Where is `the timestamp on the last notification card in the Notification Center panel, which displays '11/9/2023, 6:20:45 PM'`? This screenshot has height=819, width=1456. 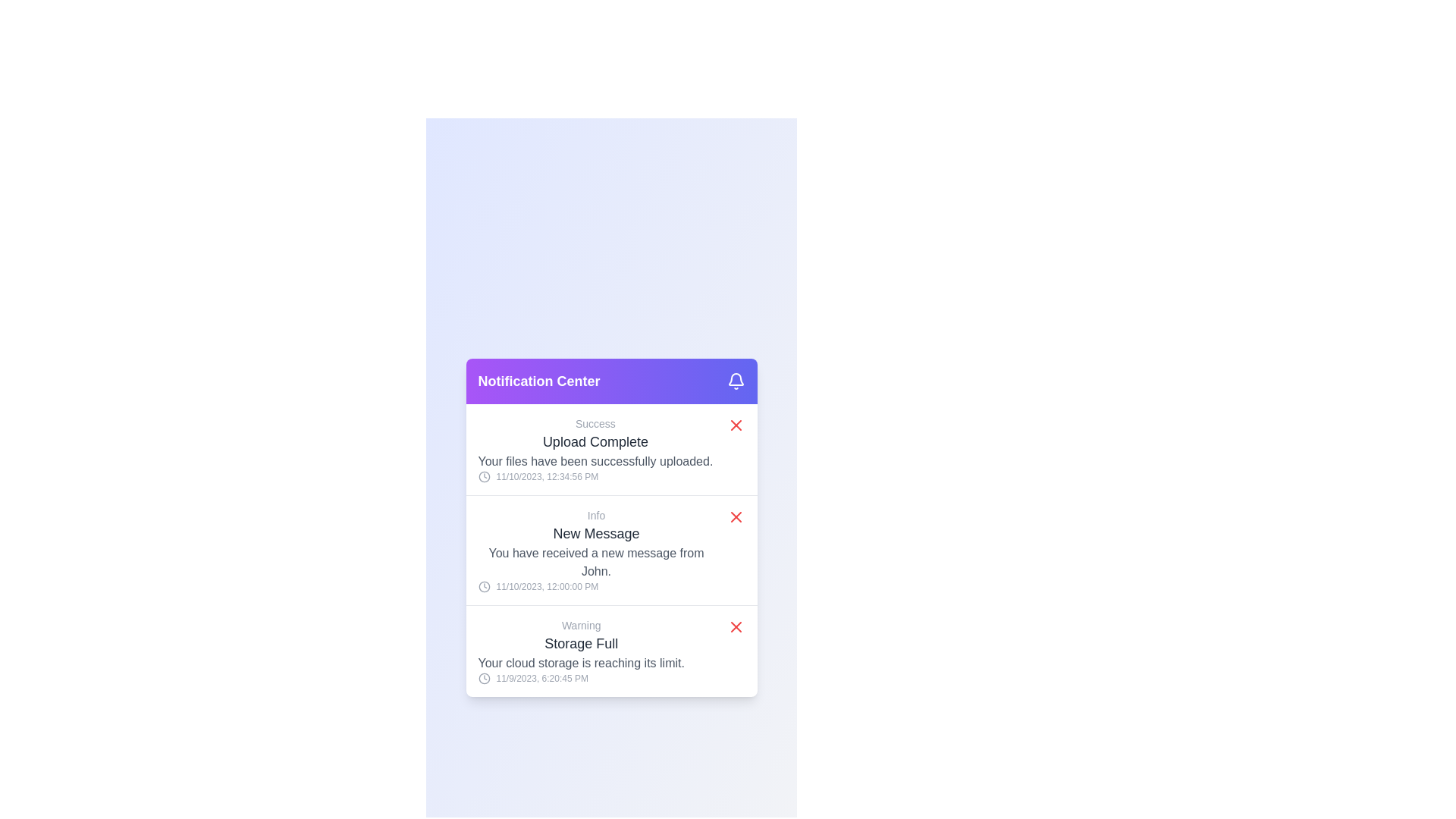 the timestamp on the last notification card in the Notification Center panel, which displays '11/9/2023, 6:20:45 PM' is located at coordinates (580, 651).